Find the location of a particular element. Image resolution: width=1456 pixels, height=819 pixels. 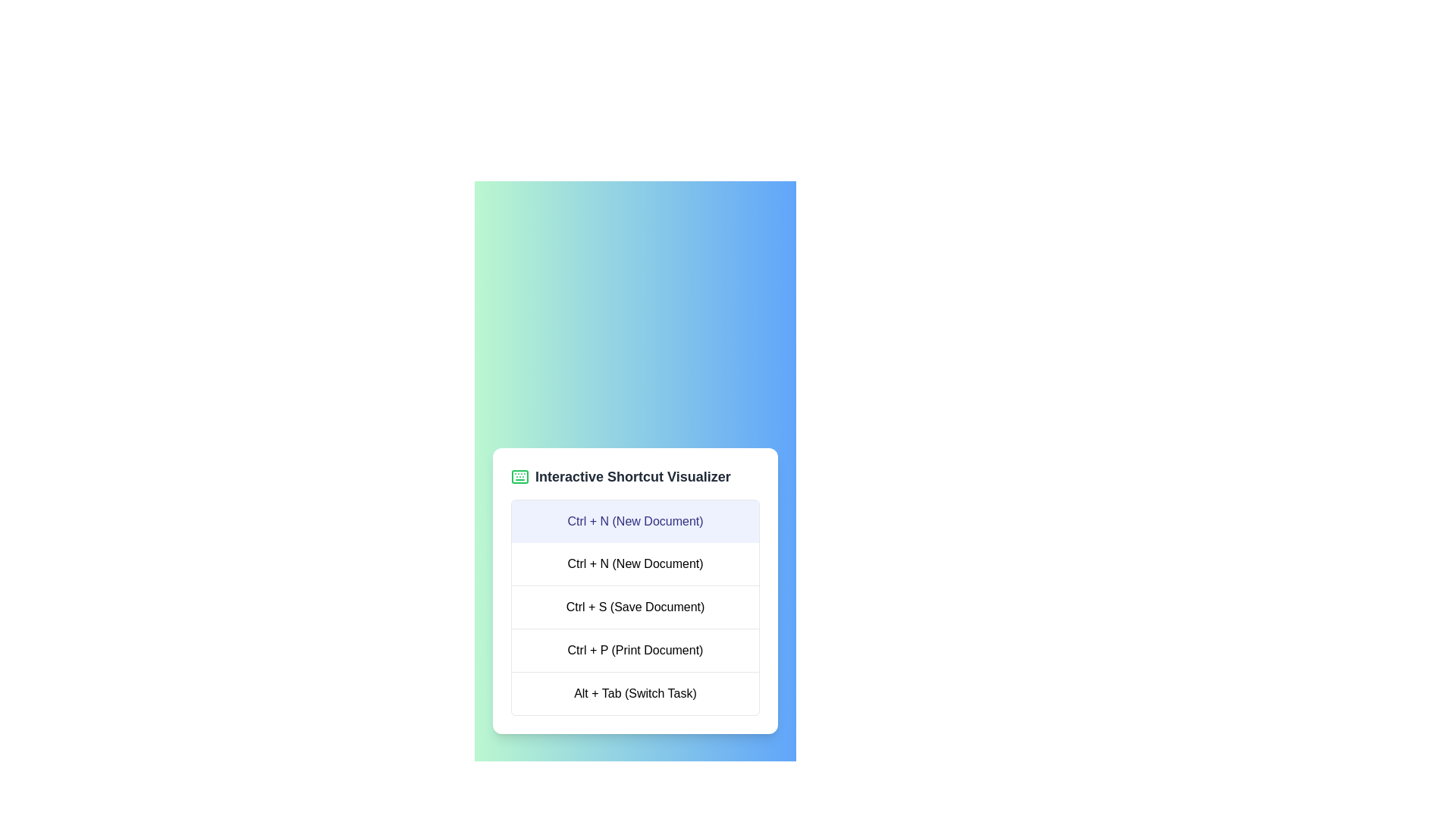

the selectable list item displaying 'Ctrl + P (Print Document)', which is the third item in a vertical list of shortcut commands, positioned between 'Ctrl + S (Save Document)' and 'Alt + Tab (Switch Task)' is located at coordinates (635, 648).